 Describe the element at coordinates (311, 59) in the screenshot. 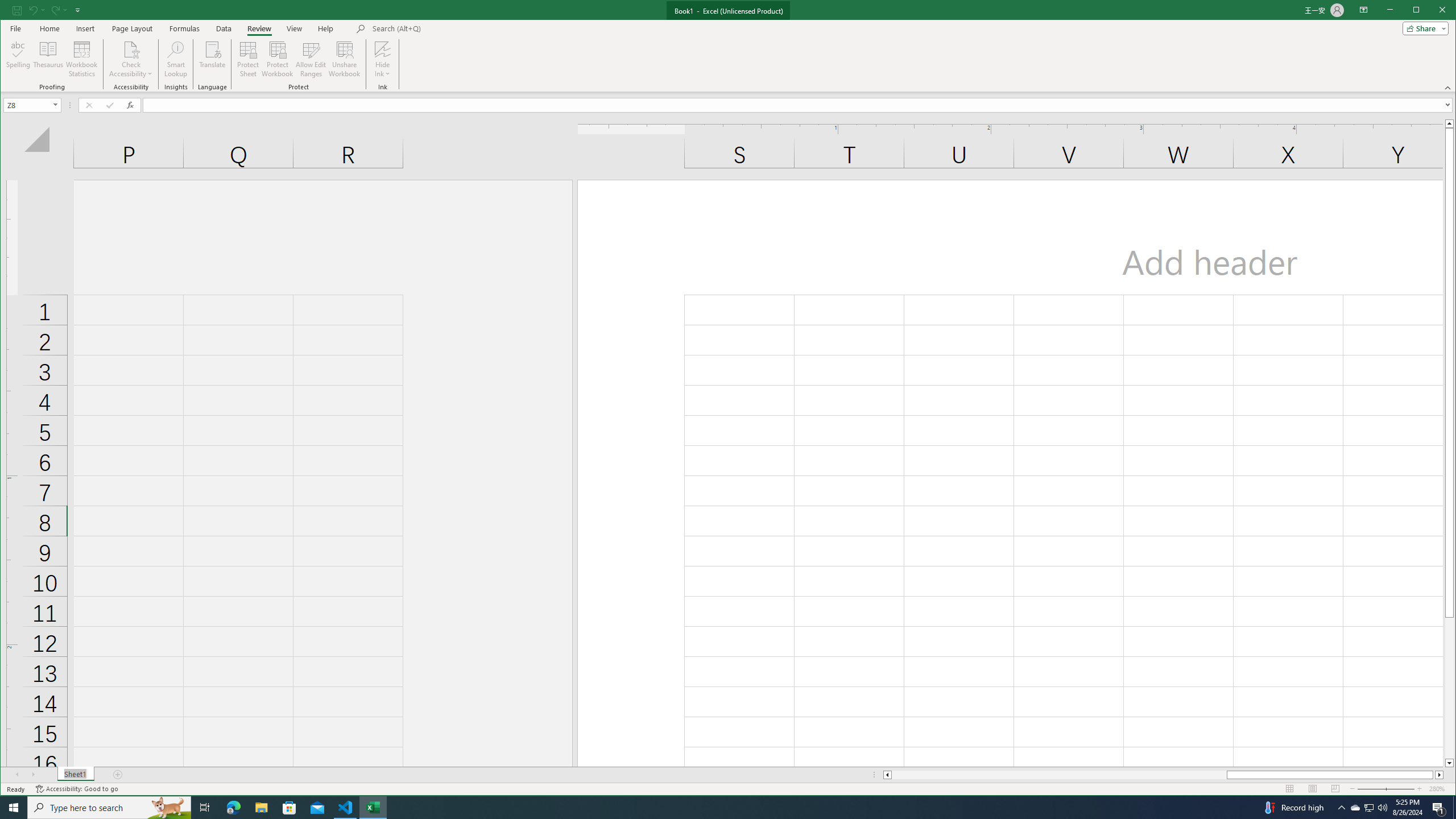

I see `'Allow Edit Ranges'` at that location.